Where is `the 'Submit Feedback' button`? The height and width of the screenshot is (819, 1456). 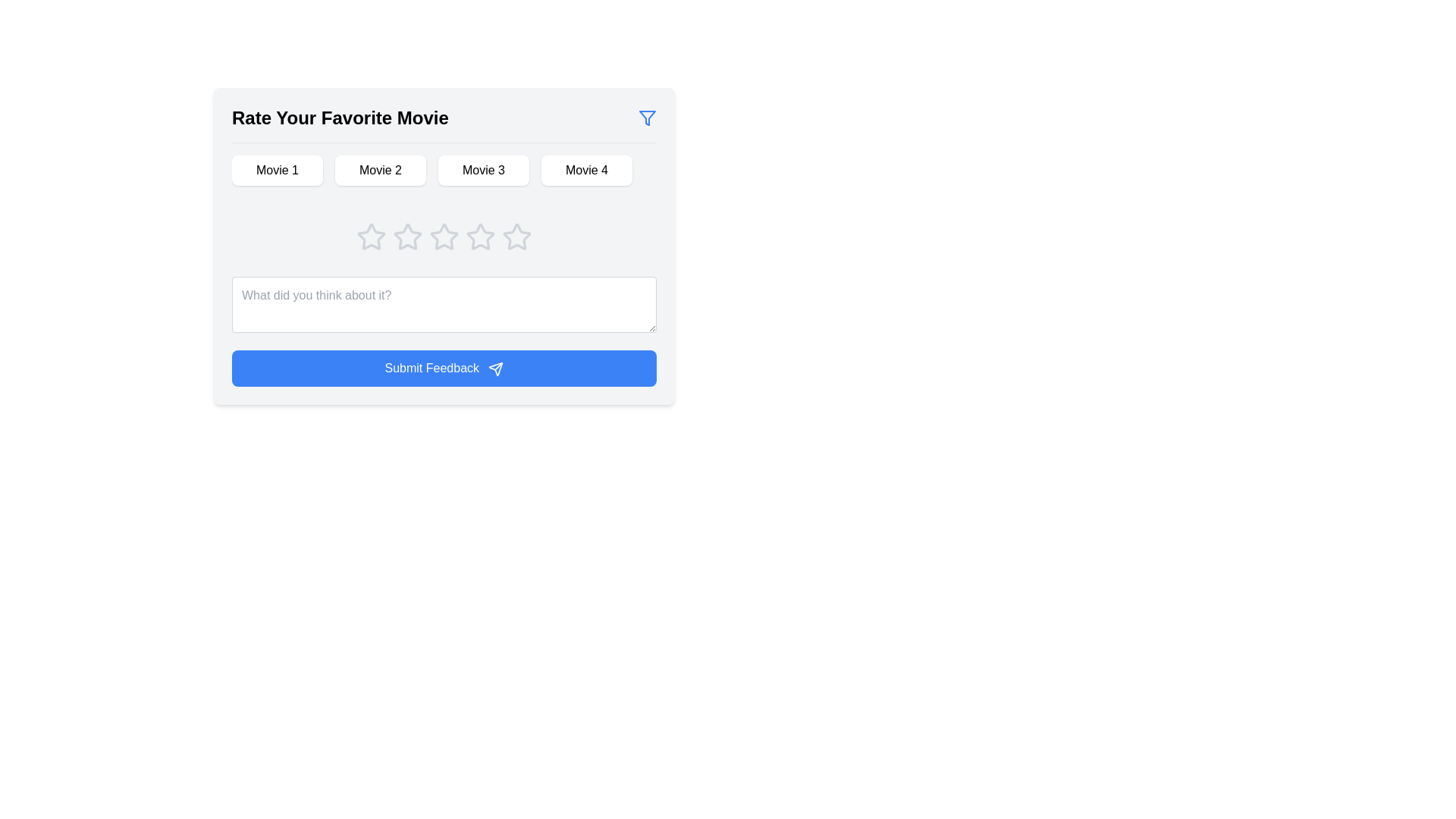 the 'Submit Feedback' button is located at coordinates (443, 369).